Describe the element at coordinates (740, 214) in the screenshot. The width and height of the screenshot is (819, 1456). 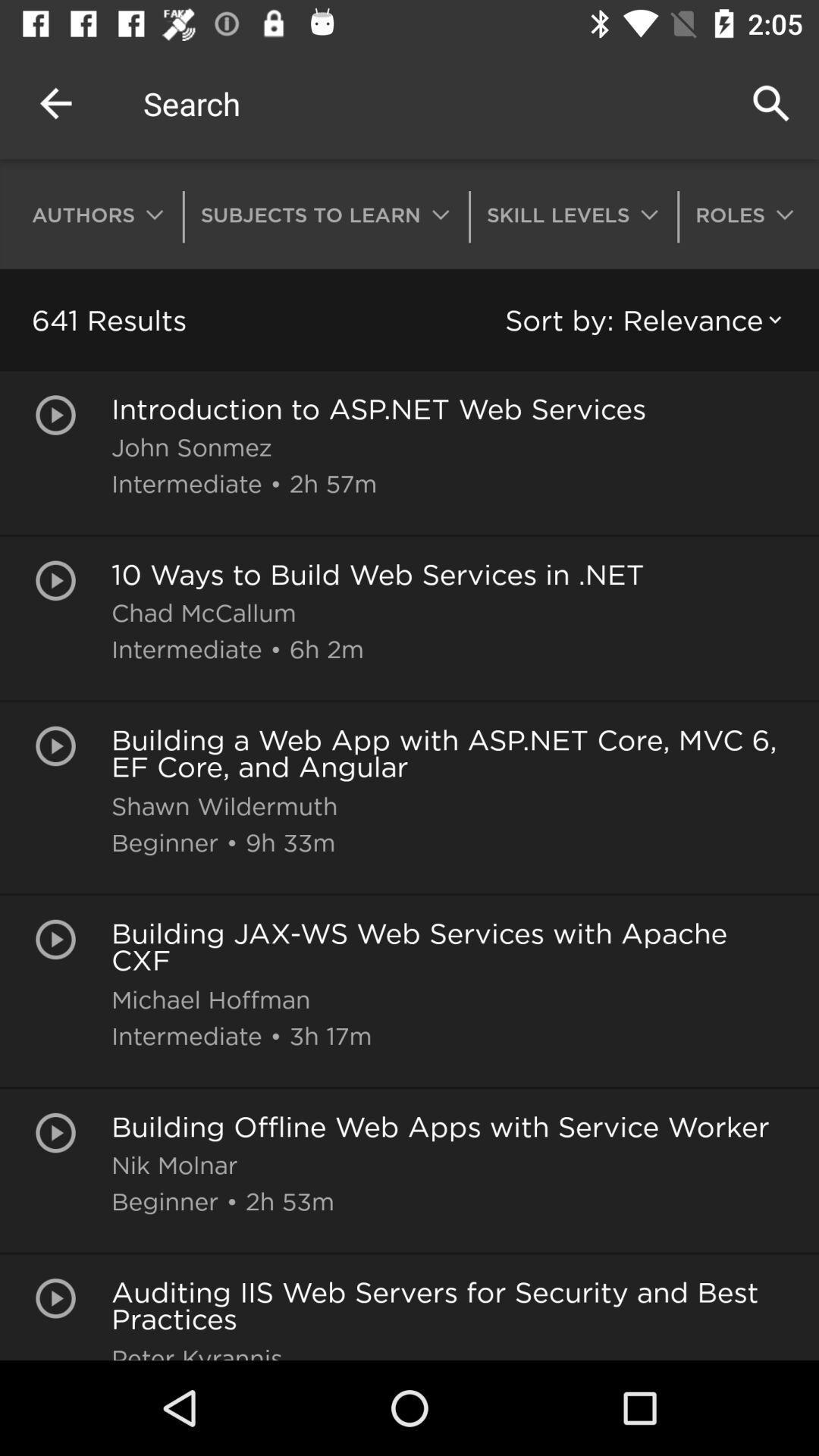
I see `the more icon` at that location.